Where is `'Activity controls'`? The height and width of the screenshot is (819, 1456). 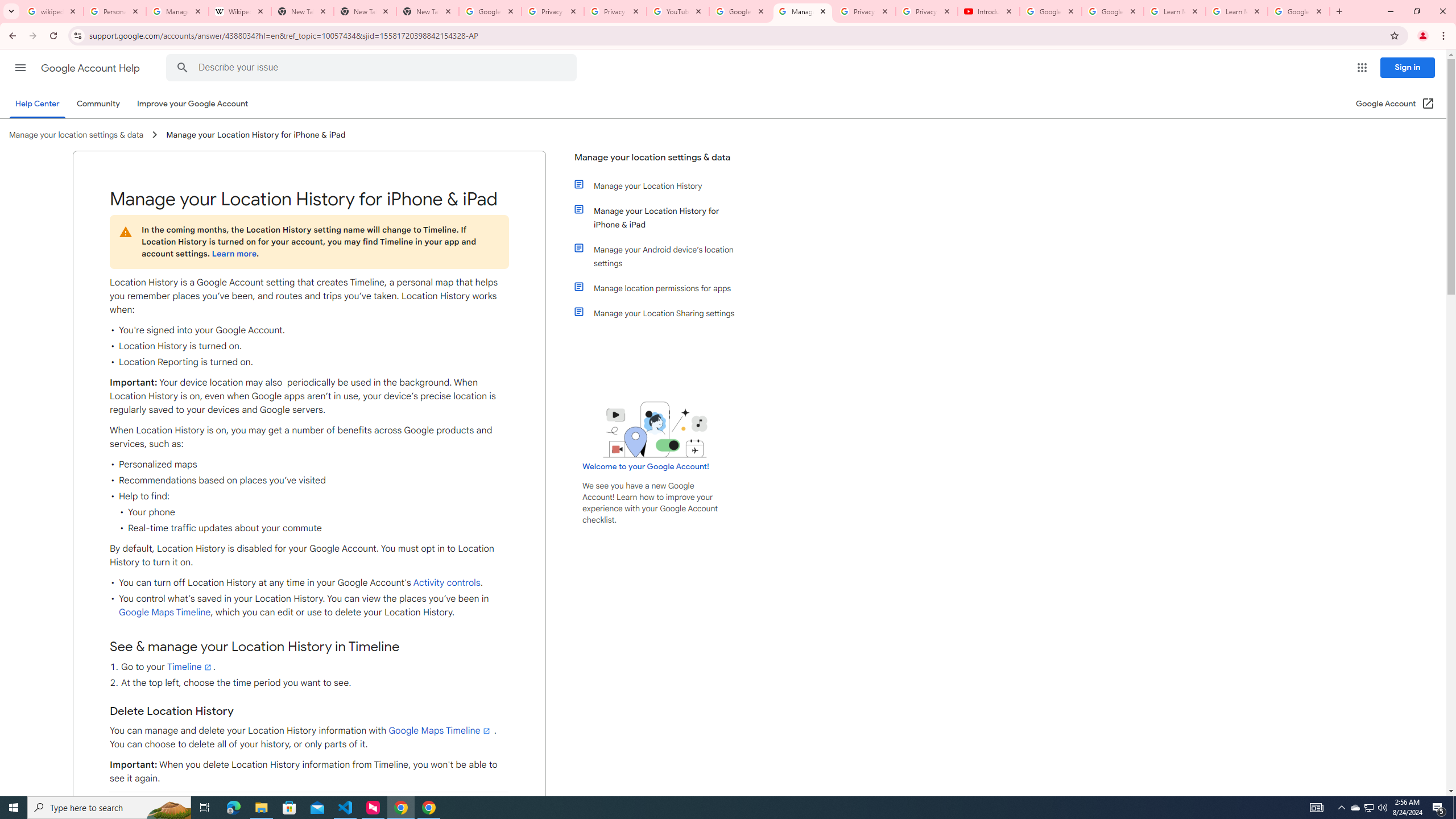
'Activity controls' is located at coordinates (446, 583).